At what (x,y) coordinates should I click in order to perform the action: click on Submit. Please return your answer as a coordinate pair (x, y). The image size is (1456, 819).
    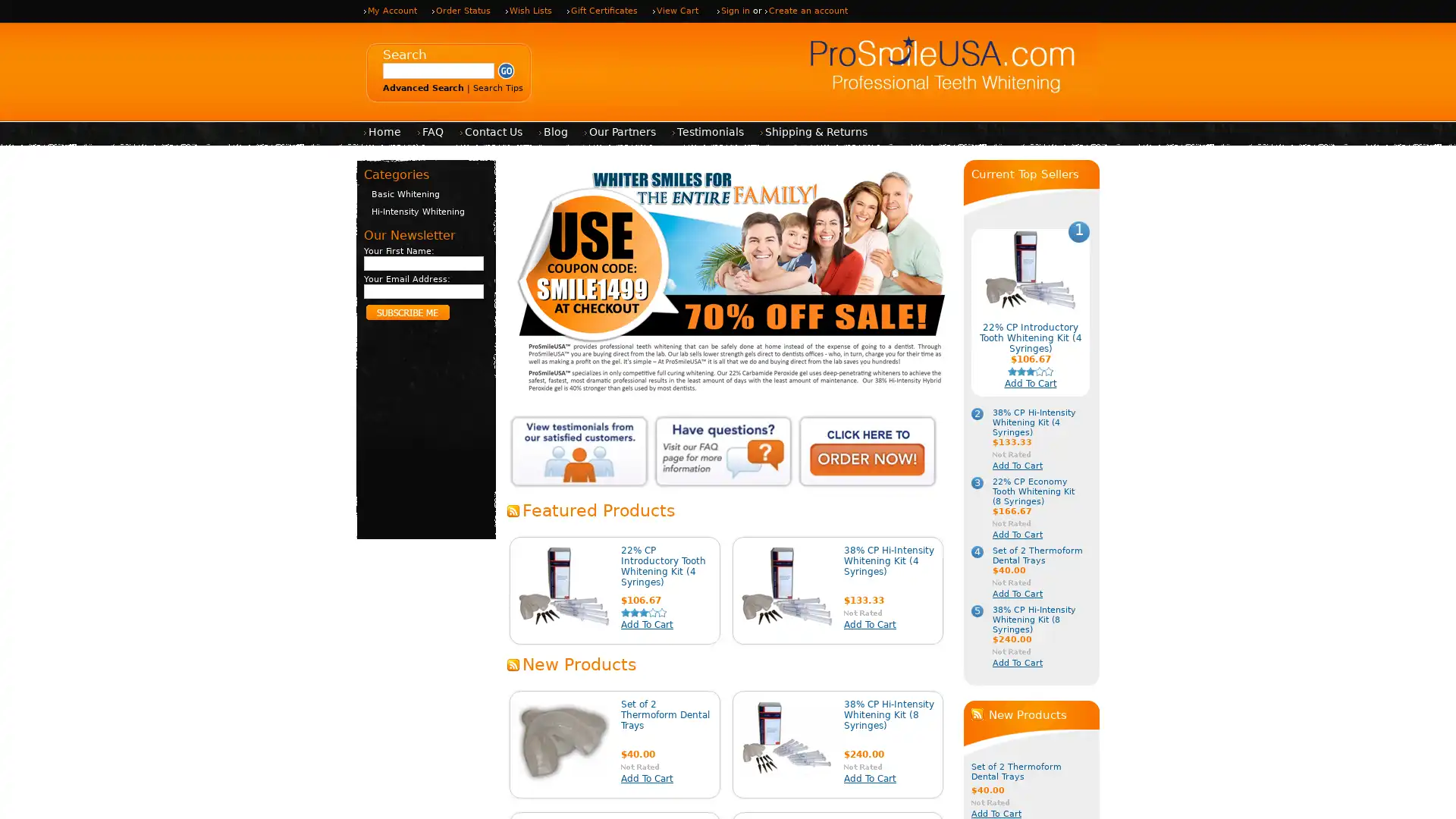
    Looking at the image, I should click on (506, 71).